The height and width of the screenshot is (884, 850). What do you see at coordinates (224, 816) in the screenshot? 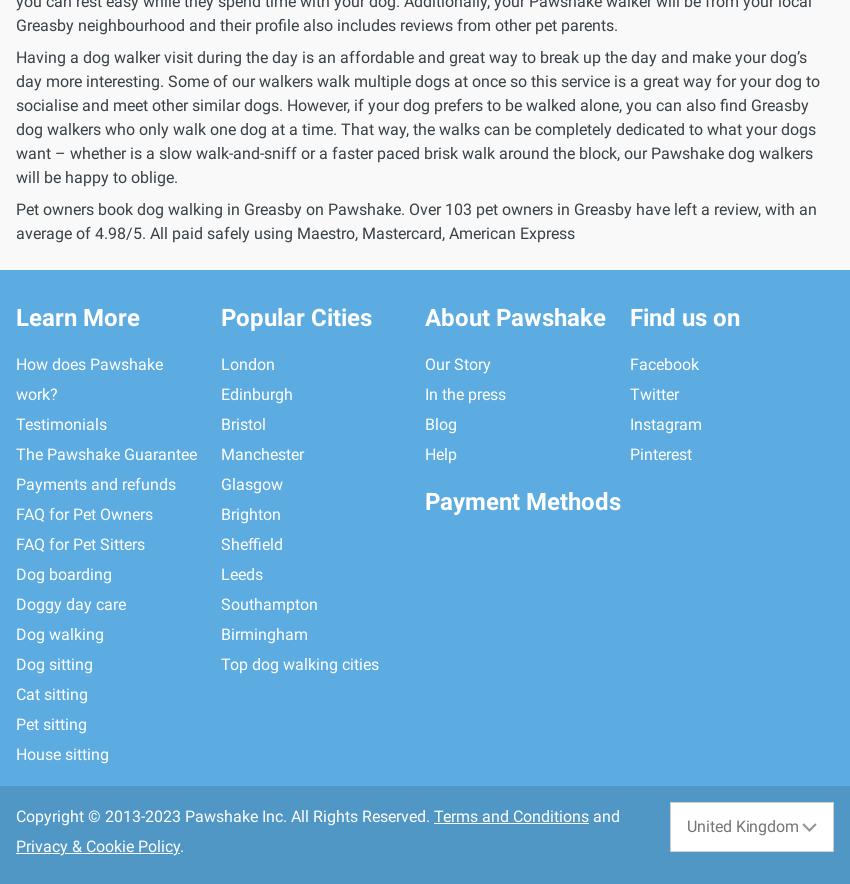
I see `'Copyright © 2013-2023 Pawshake Inc. All Rights Reserved.'` at bounding box center [224, 816].